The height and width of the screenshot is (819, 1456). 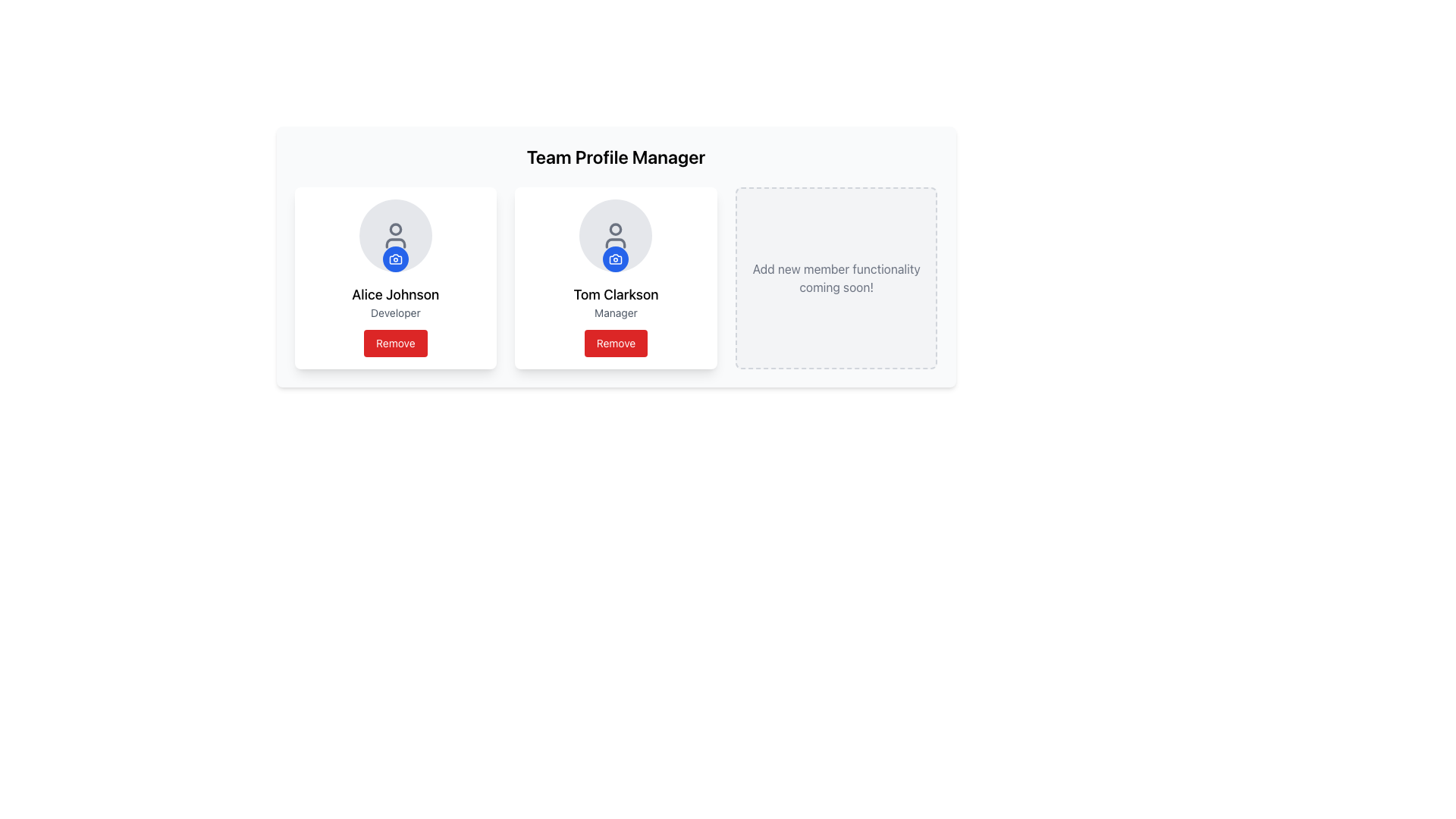 What do you see at coordinates (616, 236) in the screenshot?
I see `the user avatar icon in the profile card titled 'Tom Clarkson Manager', located in the second card from the left in the Team Profile Manager view` at bounding box center [616, 236].